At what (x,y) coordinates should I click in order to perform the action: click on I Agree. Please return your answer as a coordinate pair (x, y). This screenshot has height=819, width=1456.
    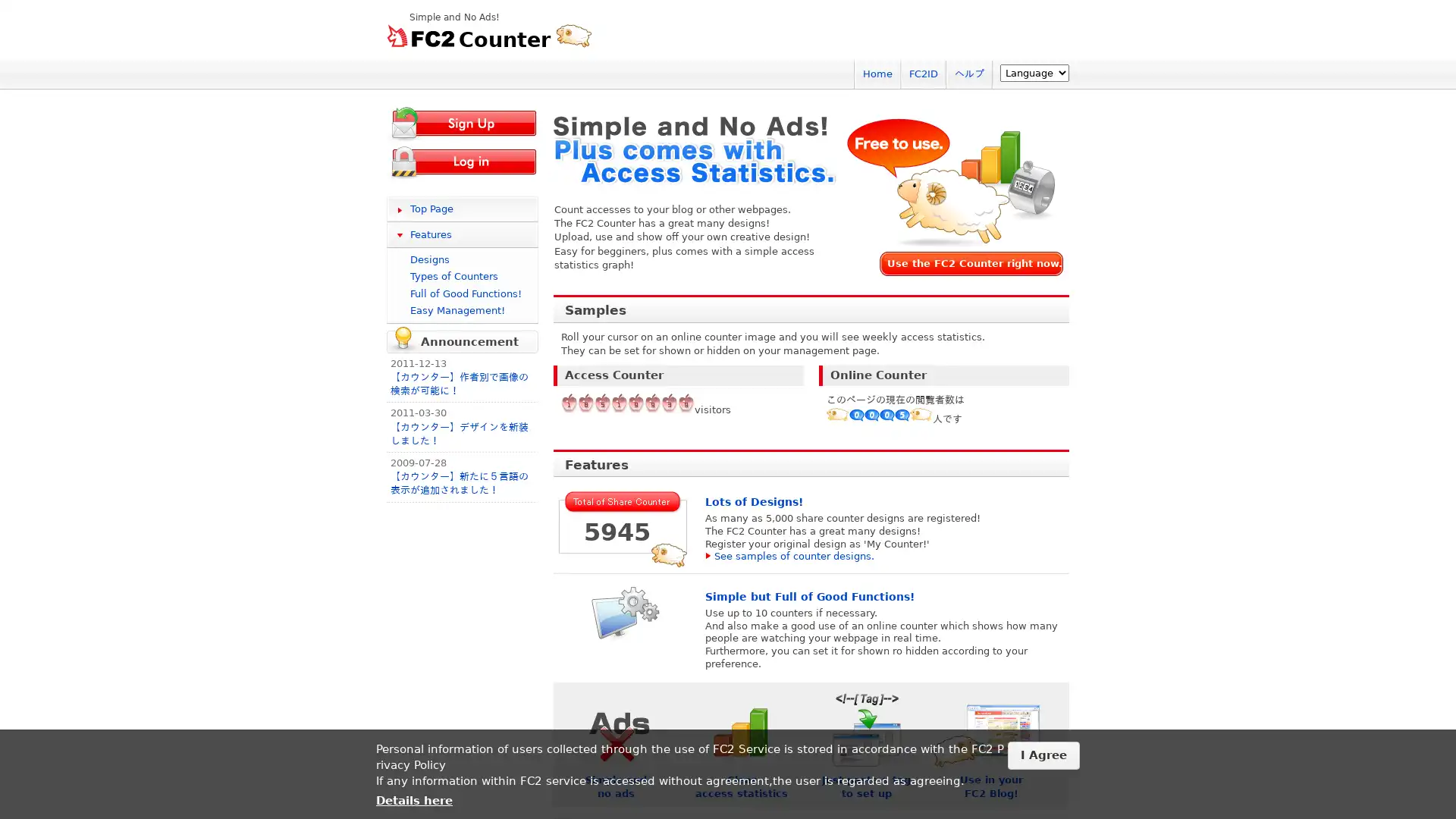
    Looking at the image, I should click on (1043, 755).